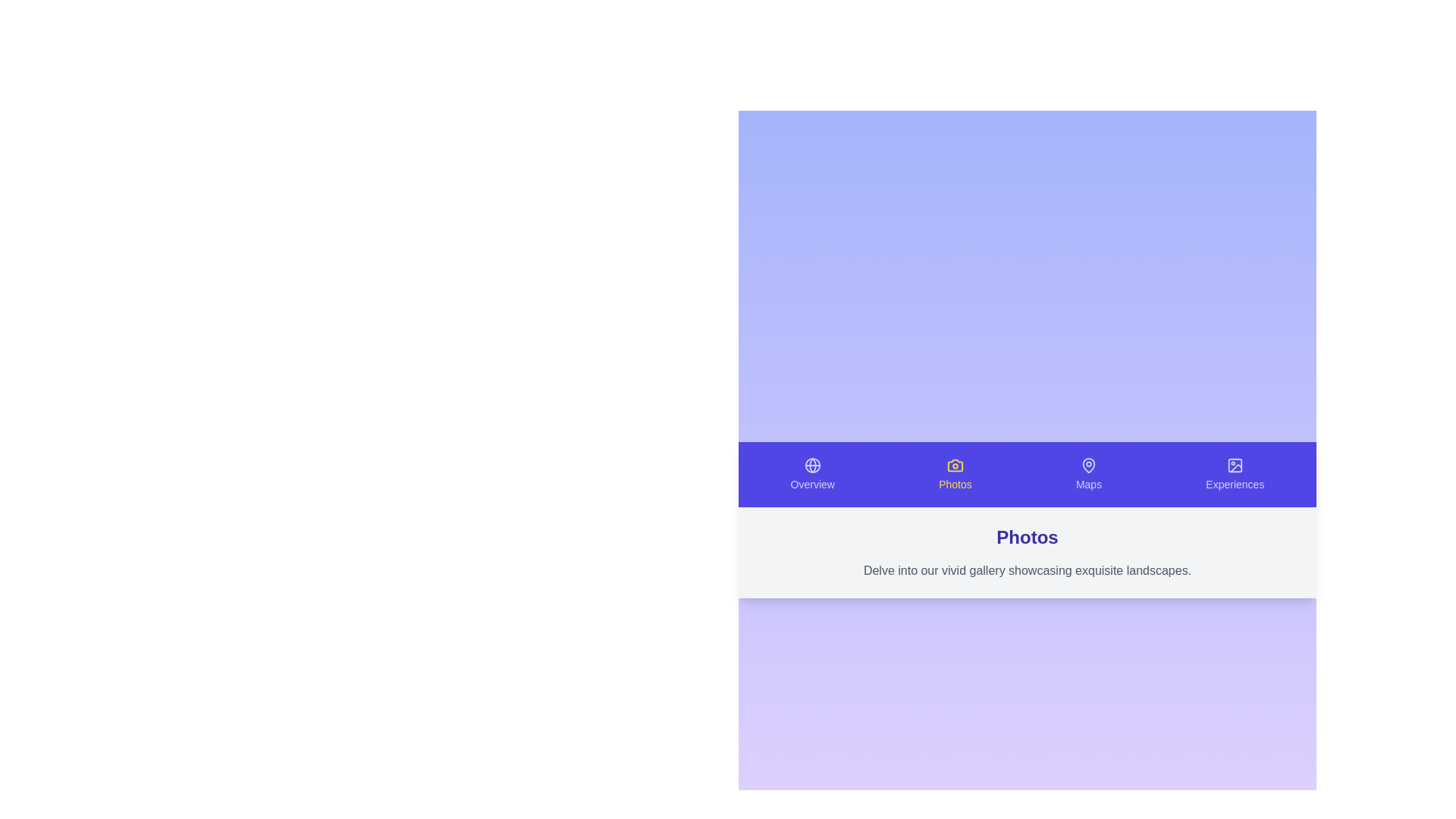 This screenshot has height=819, width=1456. I want to click on the tab labeled Maps, so click(1087, 473).